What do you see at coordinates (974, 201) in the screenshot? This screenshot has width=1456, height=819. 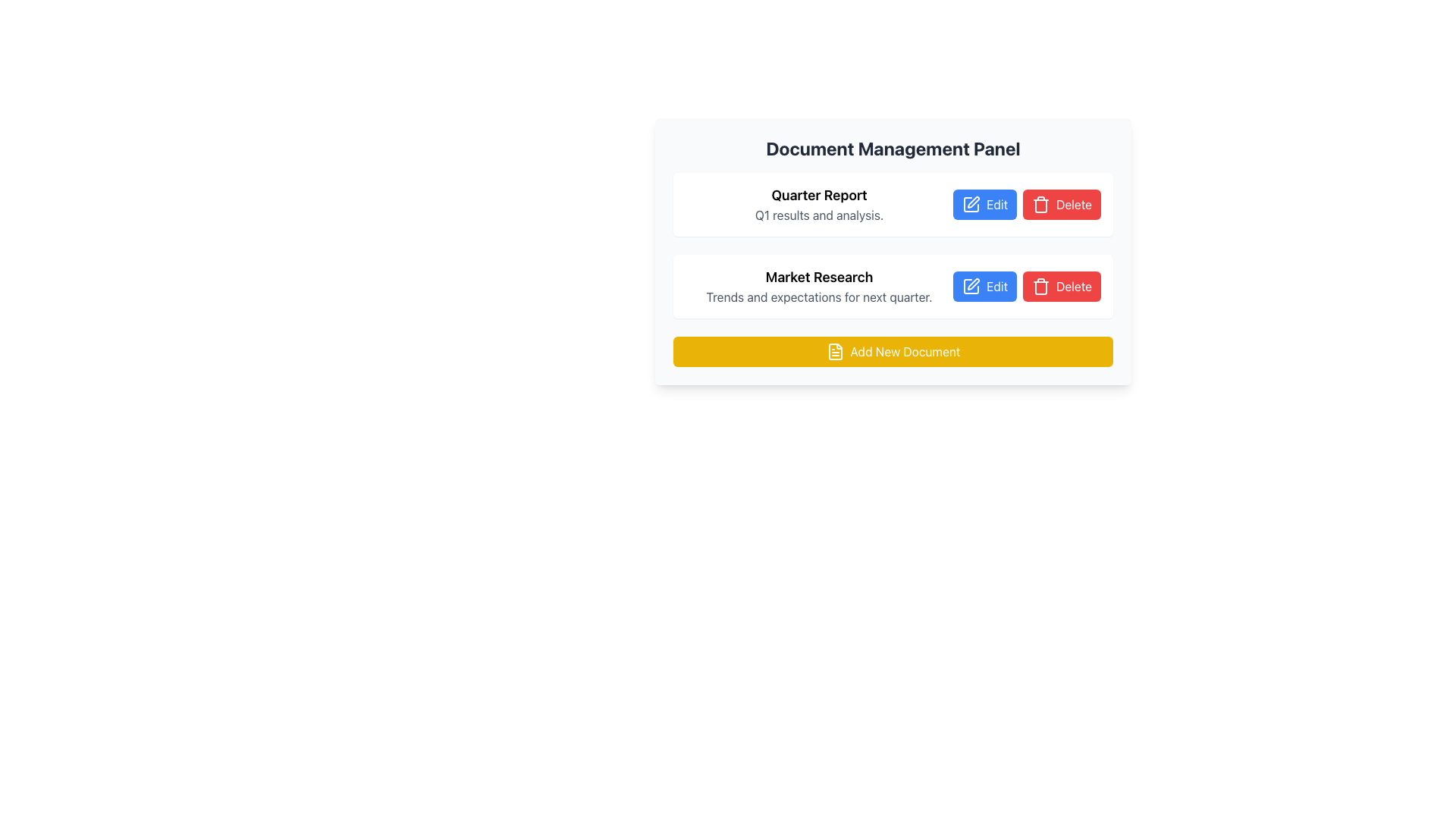 I see `the edit icon located inside the first 'Edit' button under the 'Quarter Report' section` at bounding box center [974, 201].